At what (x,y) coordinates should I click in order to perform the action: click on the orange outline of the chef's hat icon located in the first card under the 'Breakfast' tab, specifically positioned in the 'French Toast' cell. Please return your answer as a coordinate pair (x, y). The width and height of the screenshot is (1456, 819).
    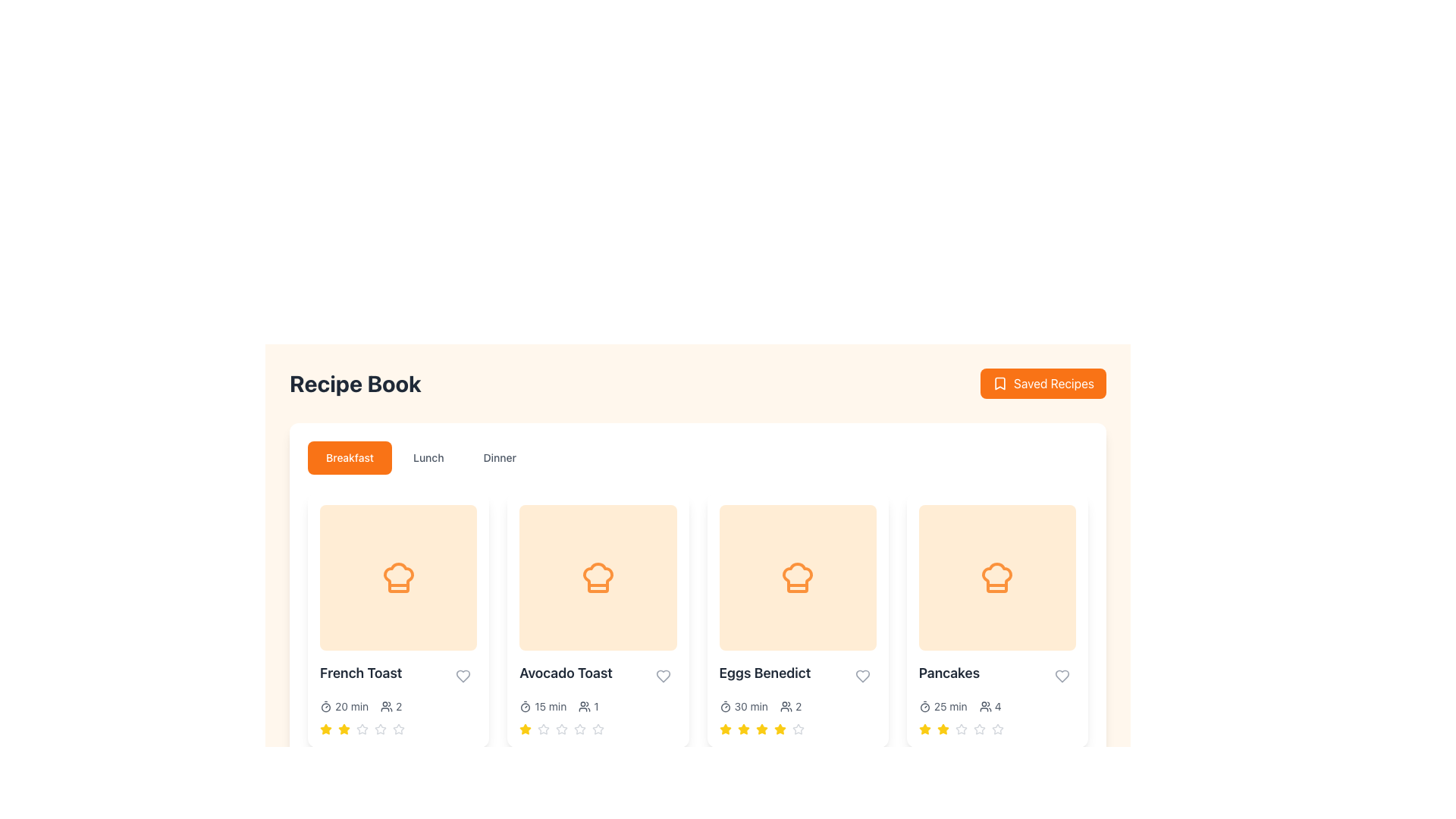
    Looking at the image, I should click on (398, 578).